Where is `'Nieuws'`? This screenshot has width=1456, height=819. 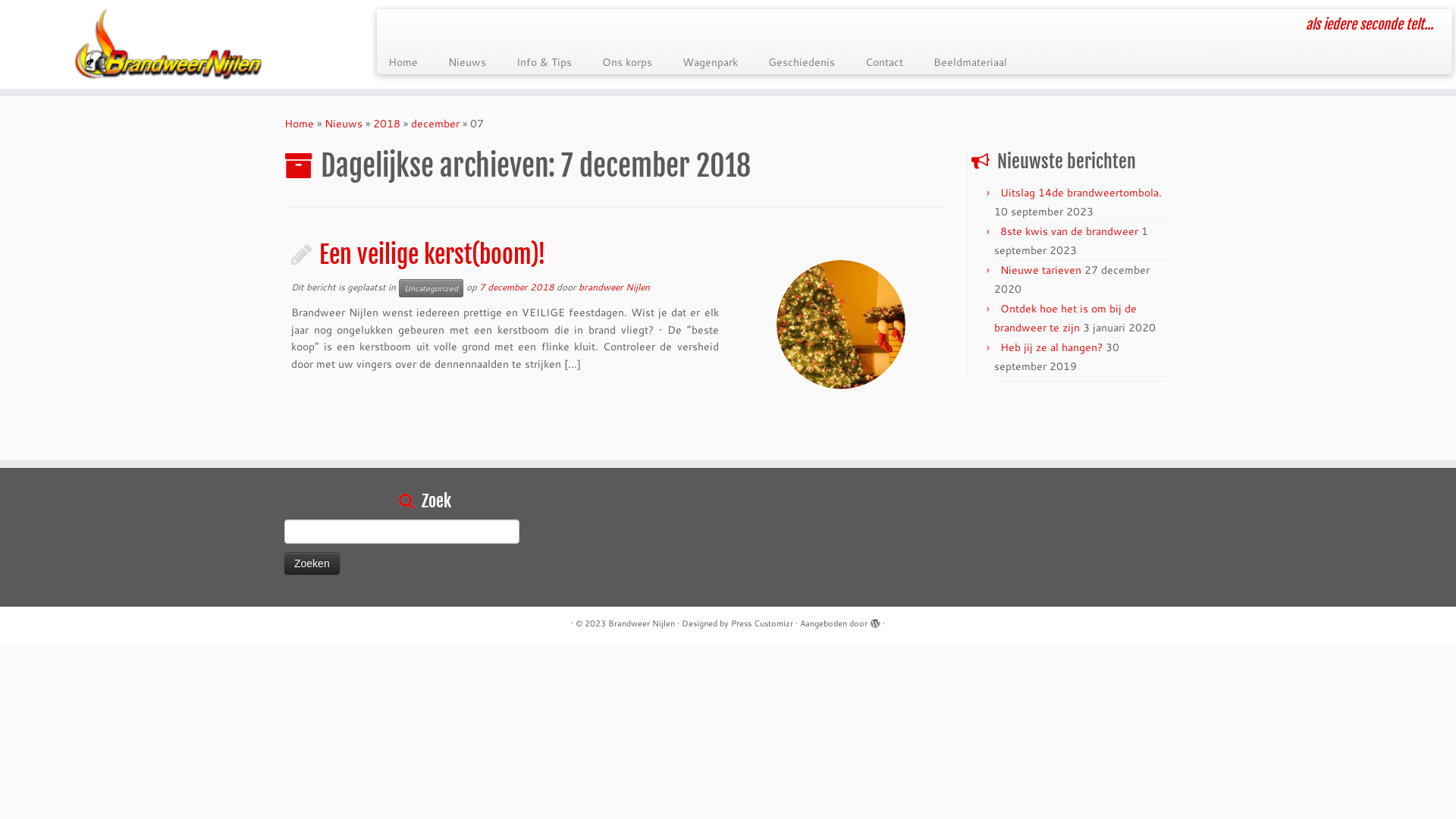
'Nieuws' is located at coordinates (342, 122).